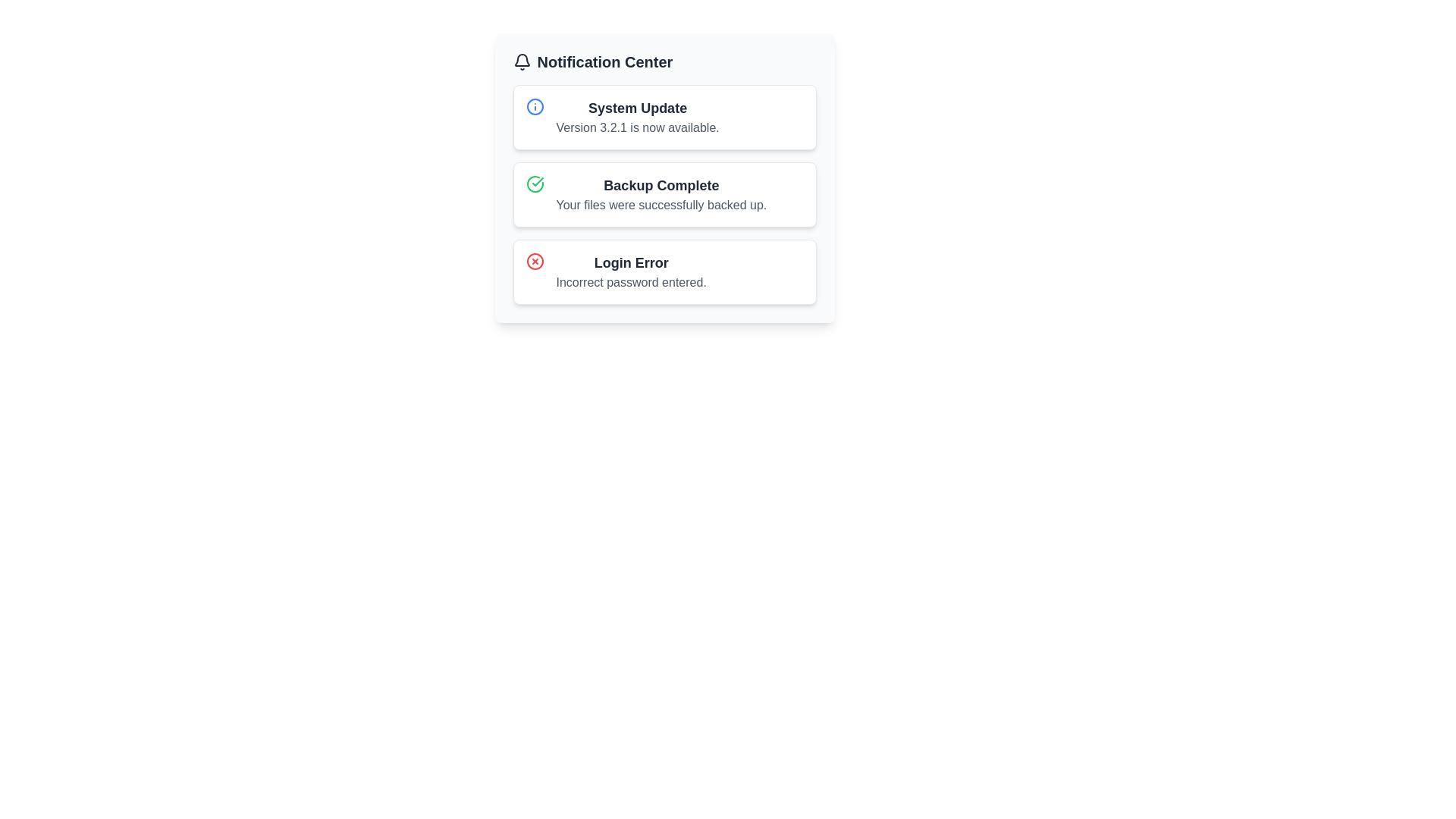 This screenshot has height=819, width=1456. Describe the element at coordinates (535, 184) in the screenshot. I see `the backup completion icon located in the 'Backup Complete' notification panel, which is distinctly positioned on the left side of the notification adjacent to the text content` at that location.